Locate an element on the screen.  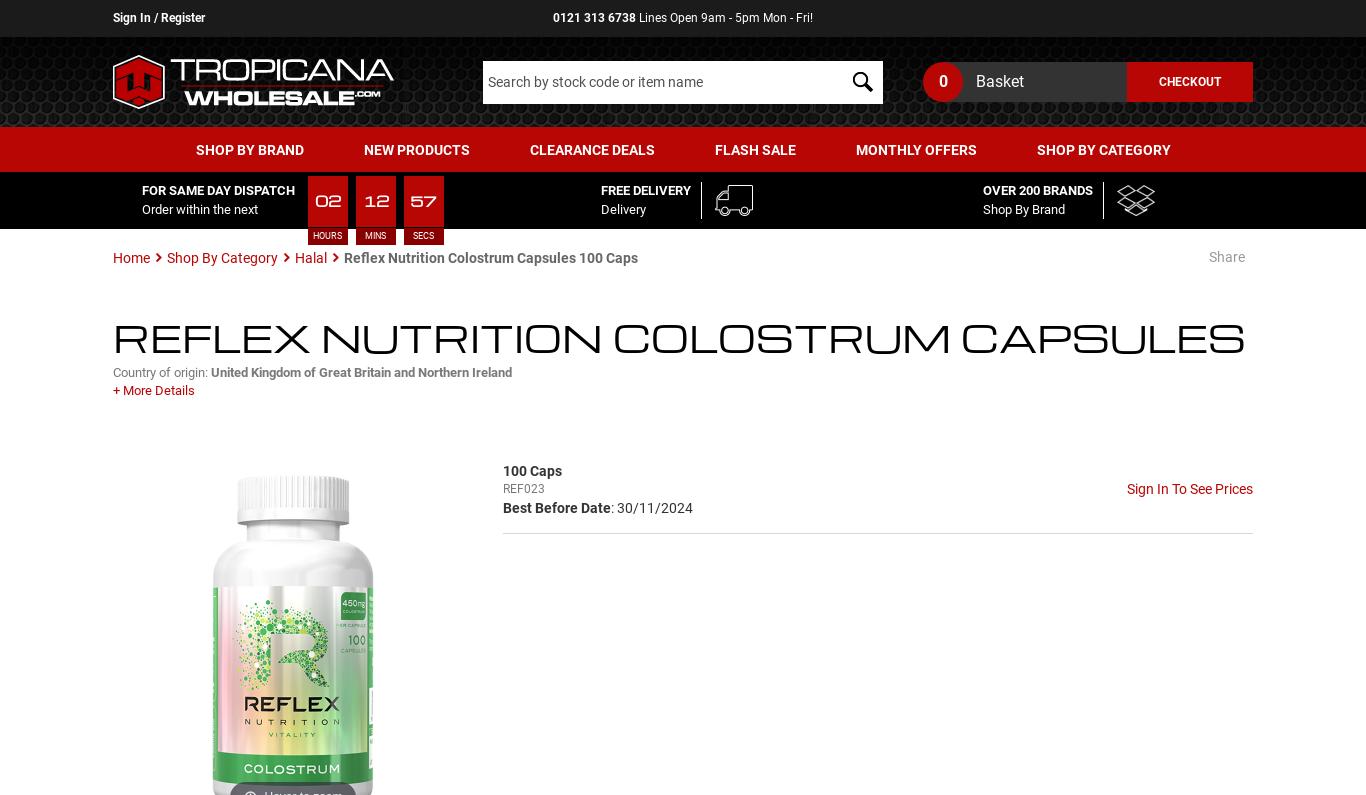
'Lines Open 9am - 5pm Mon - Fri!' is located at coordinates (635, 16).